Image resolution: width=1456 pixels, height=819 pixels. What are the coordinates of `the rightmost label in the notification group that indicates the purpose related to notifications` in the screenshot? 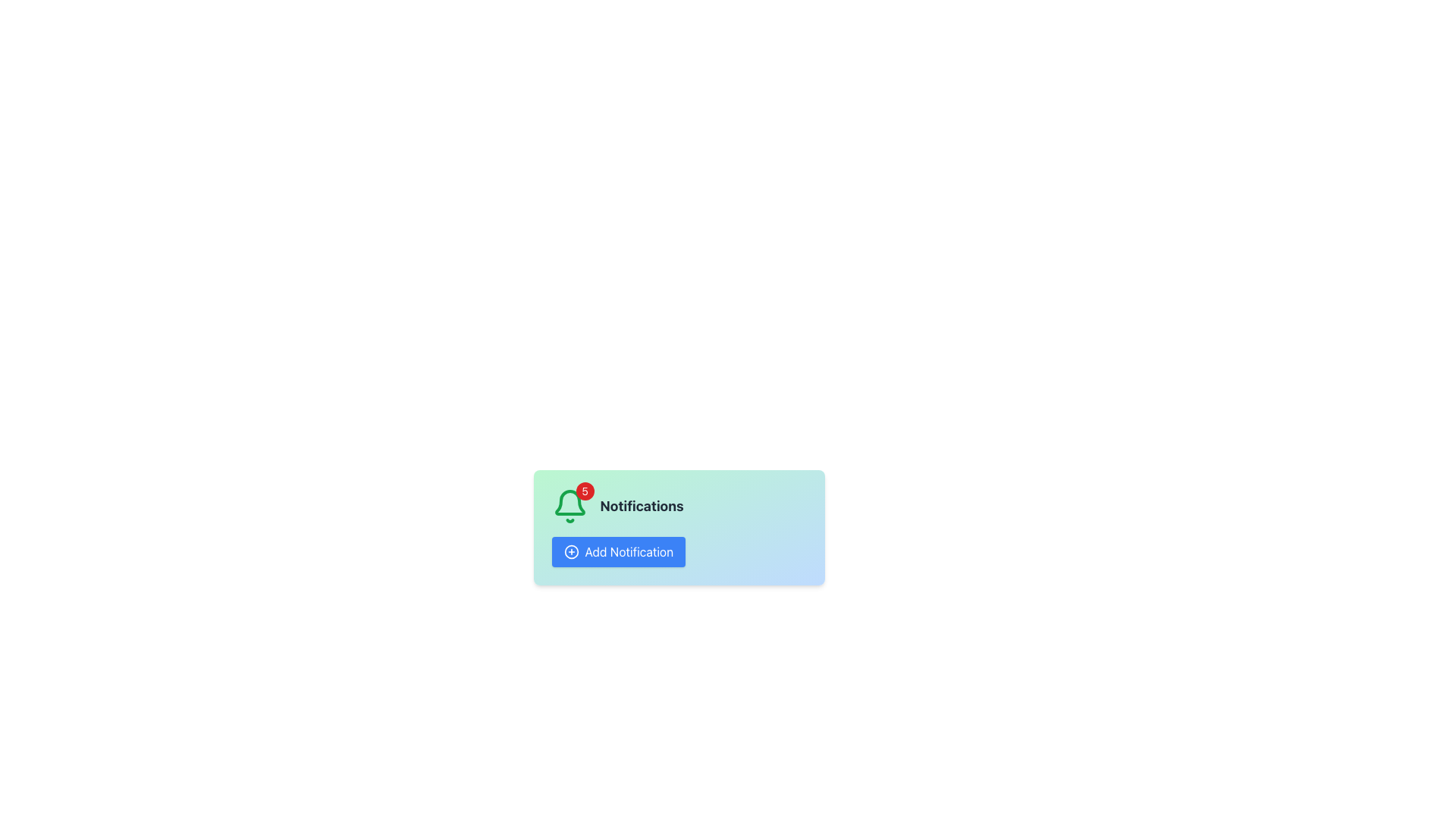 It's located at (642, 506).